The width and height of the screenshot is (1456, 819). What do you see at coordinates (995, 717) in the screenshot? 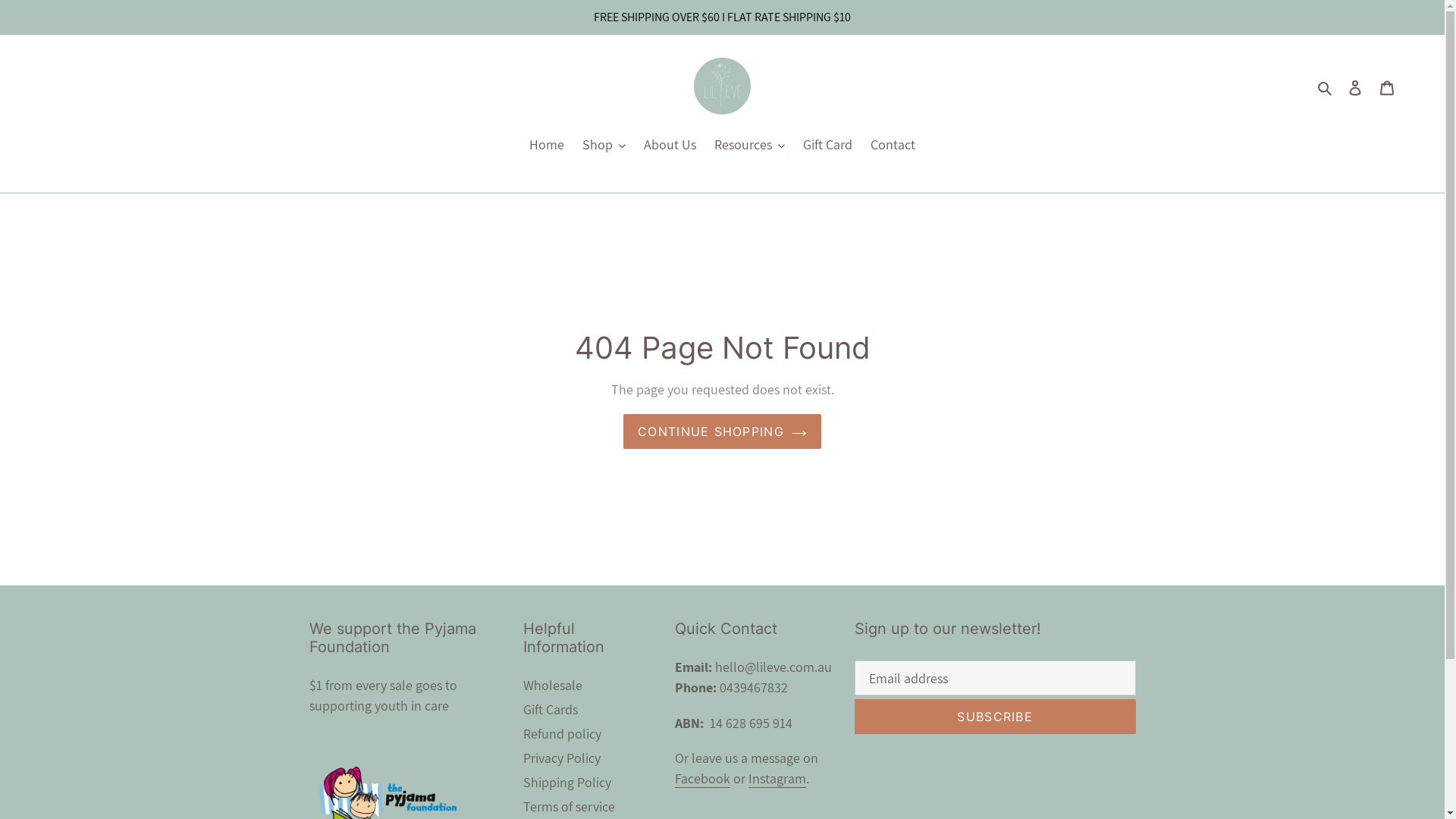
I see `'SUBSCRIBE'` at bounding box center [995, 717].